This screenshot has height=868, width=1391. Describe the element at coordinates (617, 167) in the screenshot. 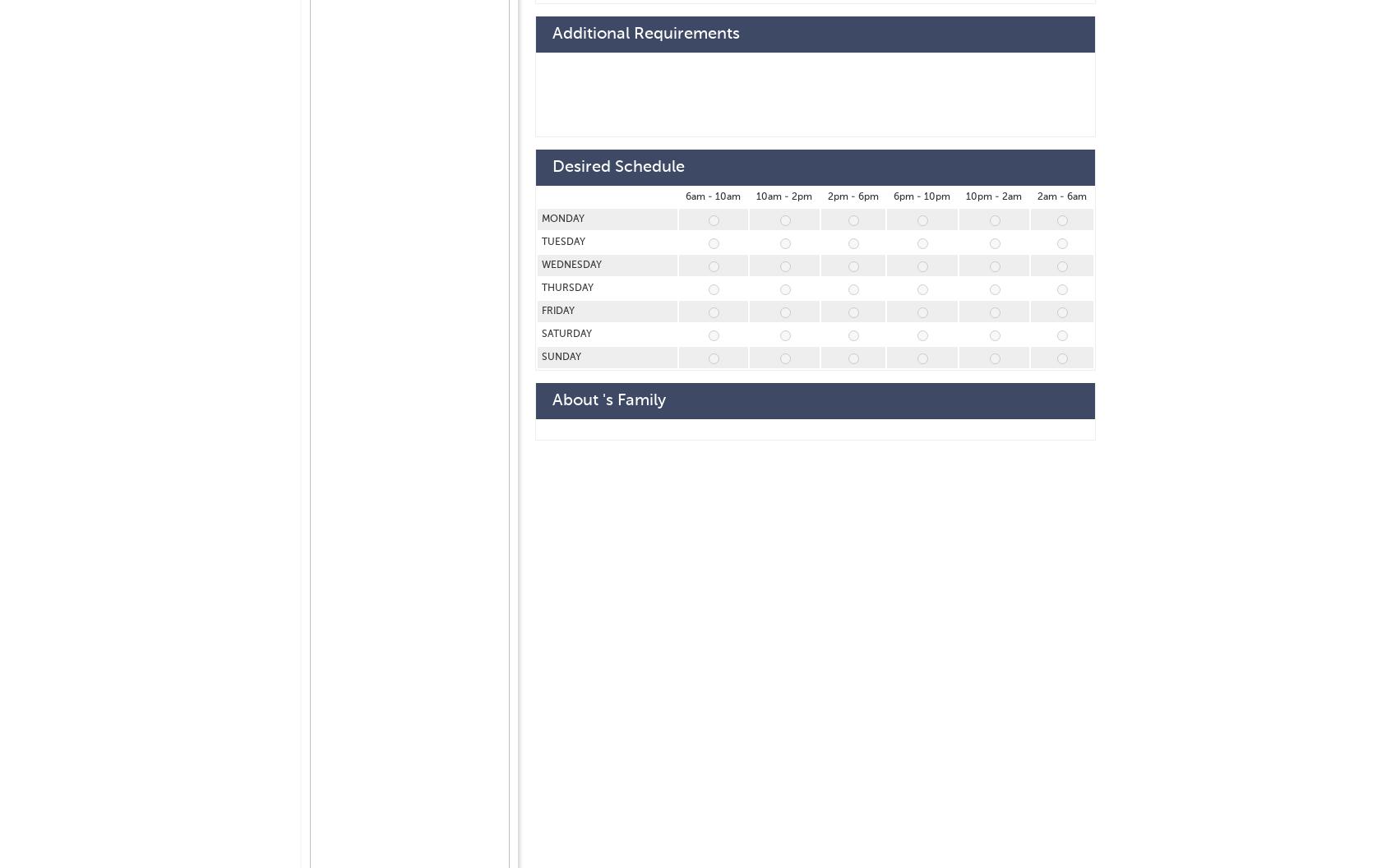

I see `'Desired Schedule'` at that location.